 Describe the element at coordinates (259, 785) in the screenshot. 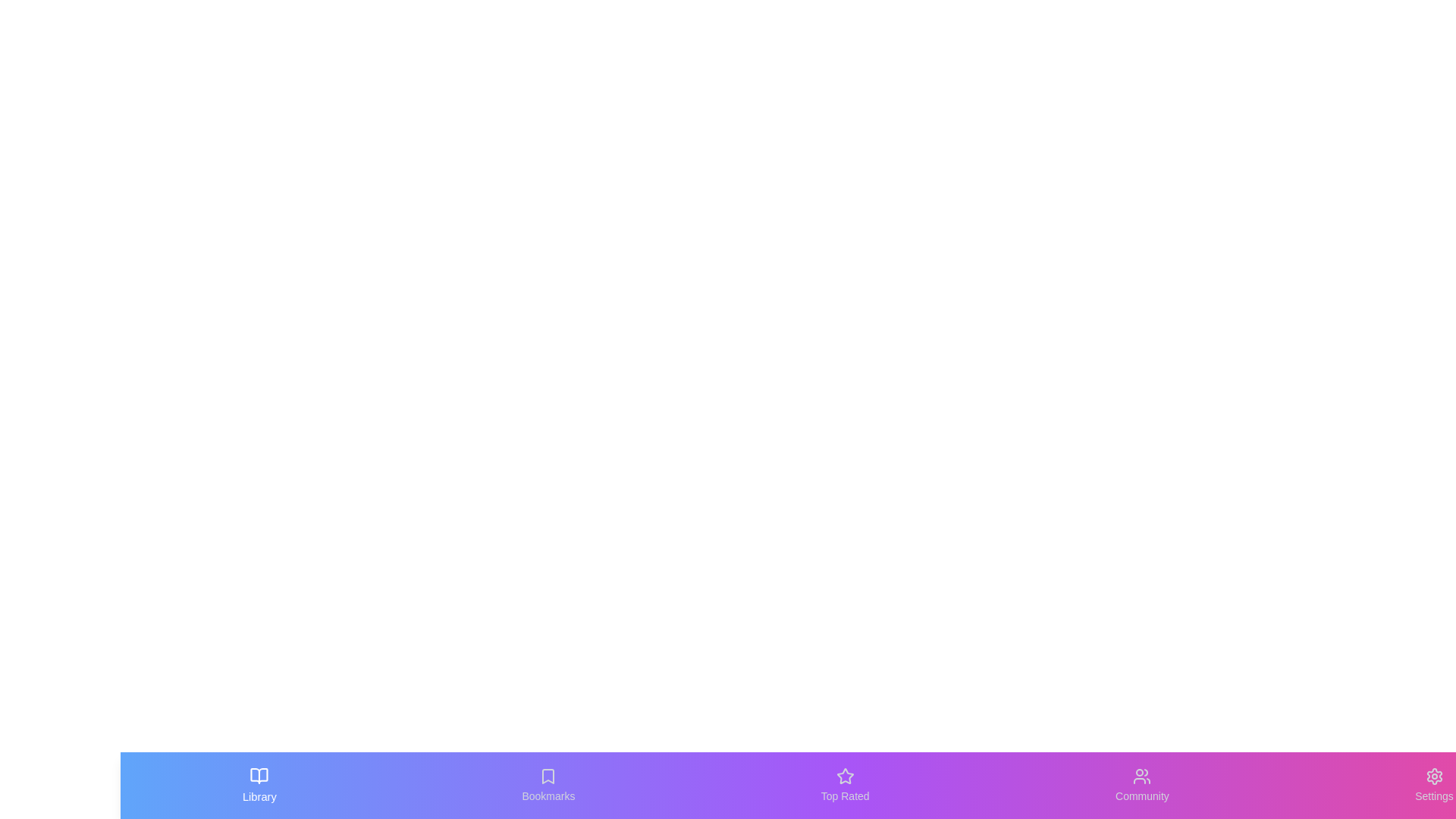

I see `the Library tab by clicking its button` at that location.